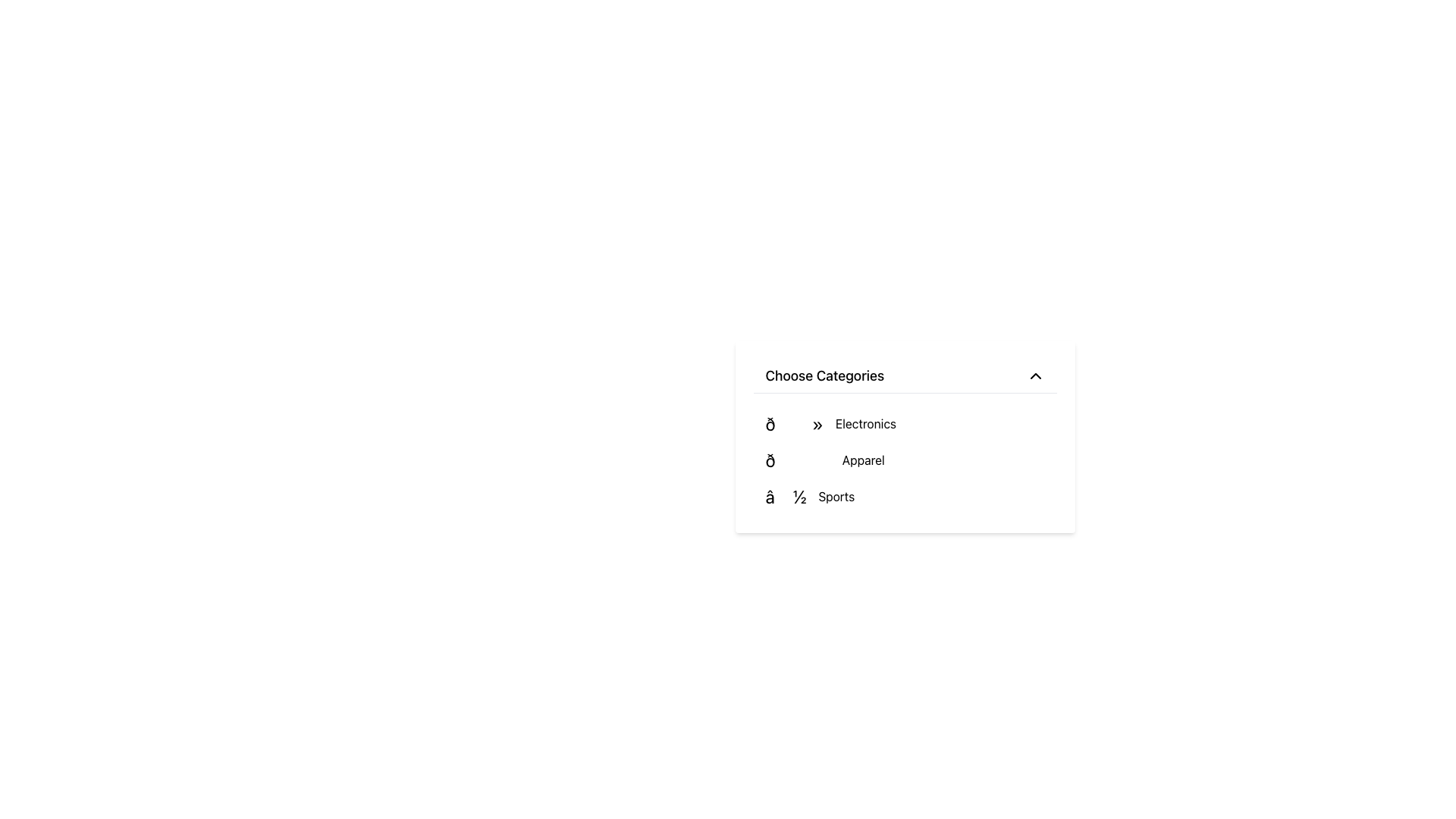  What do you see at coordinates (866, 424) in the screenshot?
I see `the 'Electronics' text label, which is the first item in the category list under 'Choose Categories'` at bounding box center [866, 424].